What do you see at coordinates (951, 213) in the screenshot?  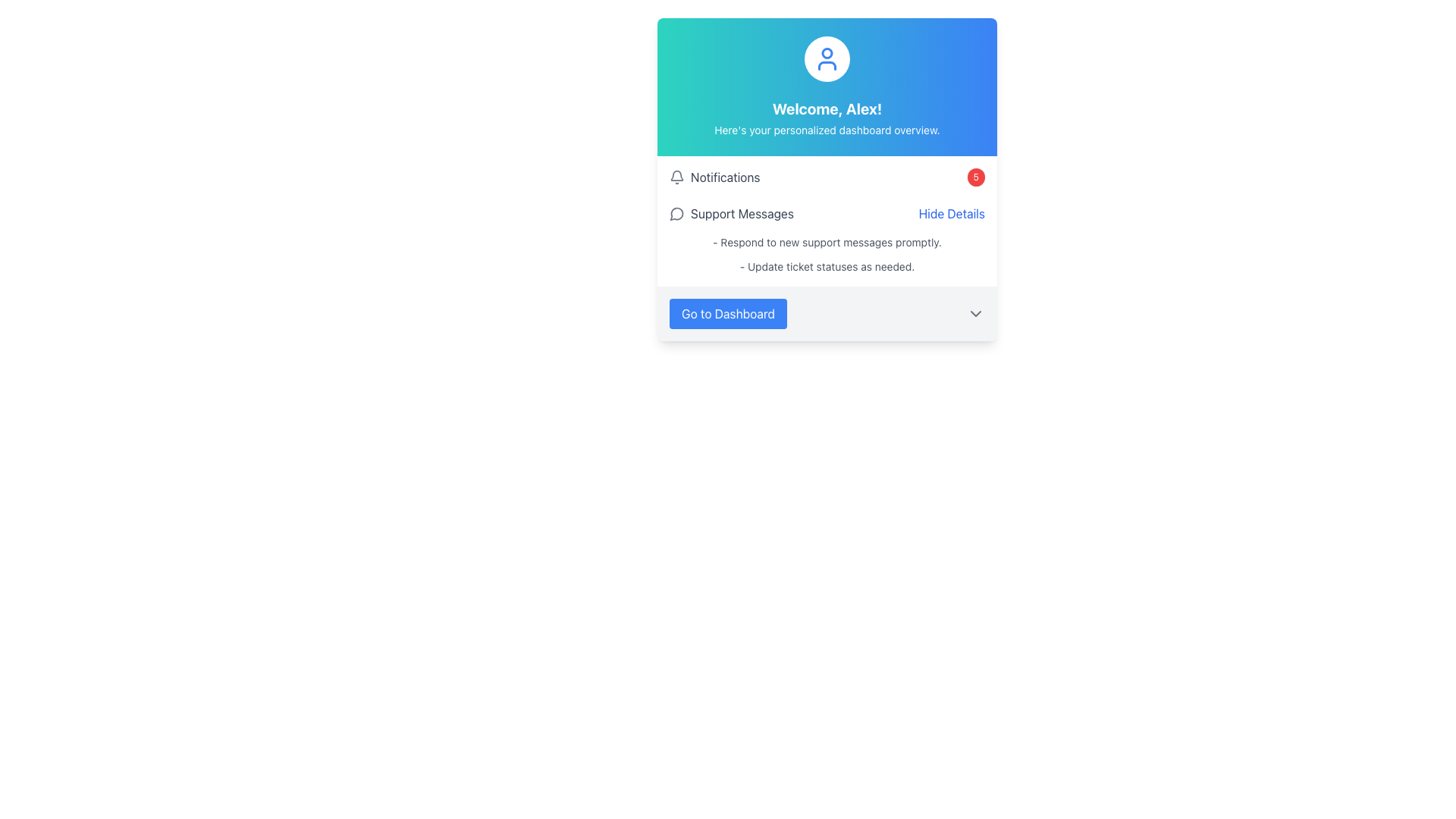 I see `the 'Hide Details' text link, which is styled in blue and underlined, located in the 'Support Messages' section` at bounding box center [951, 213].